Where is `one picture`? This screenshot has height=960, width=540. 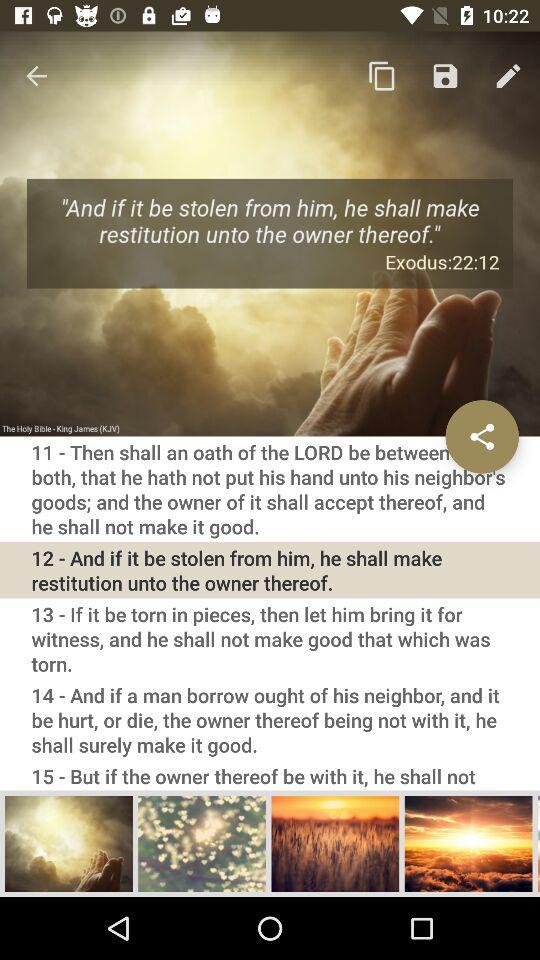 one picture is located at coordinates (68, 842).